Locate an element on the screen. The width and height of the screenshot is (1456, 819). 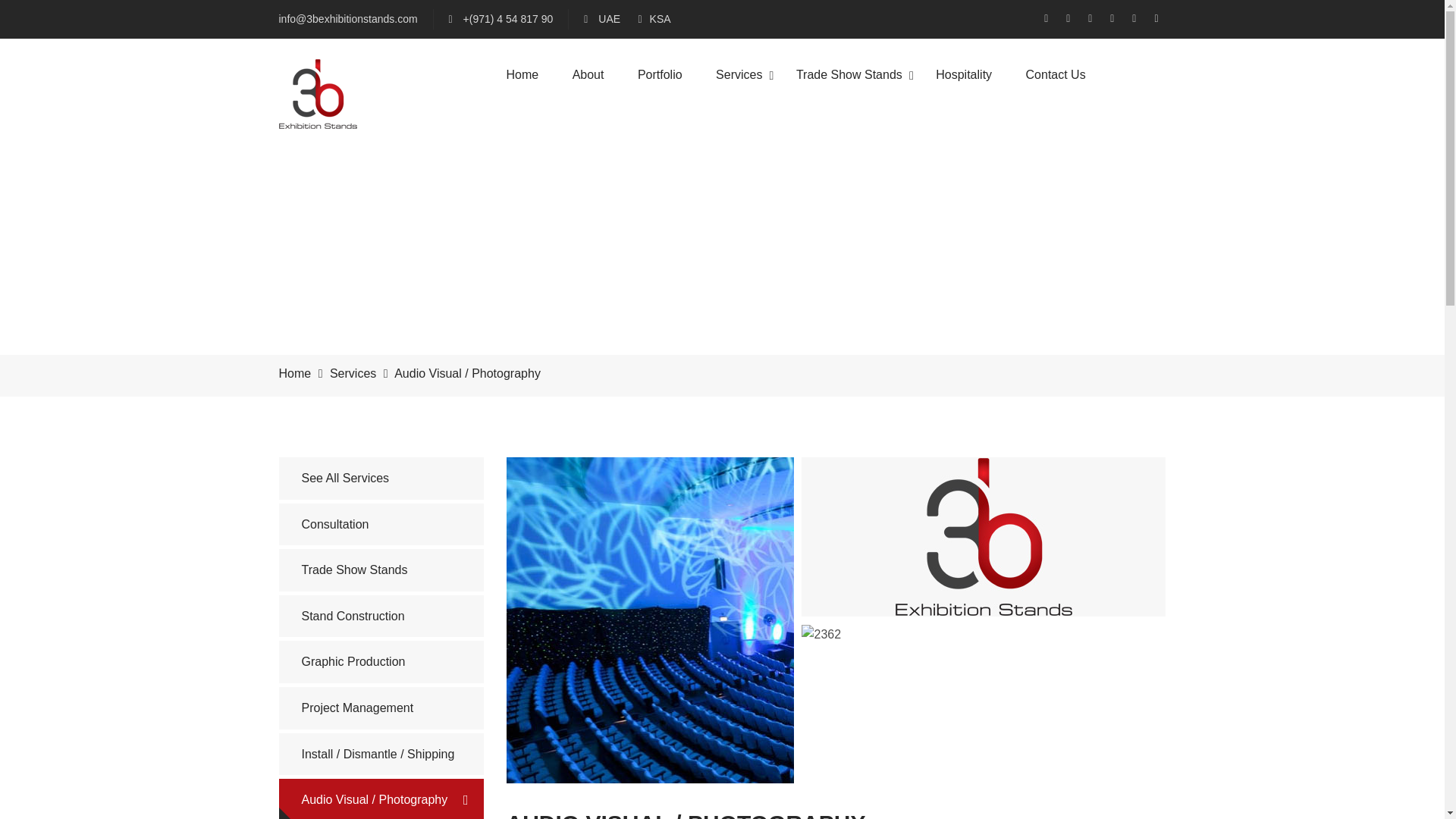
'Hospitality' is located at coordinates (963, 74).